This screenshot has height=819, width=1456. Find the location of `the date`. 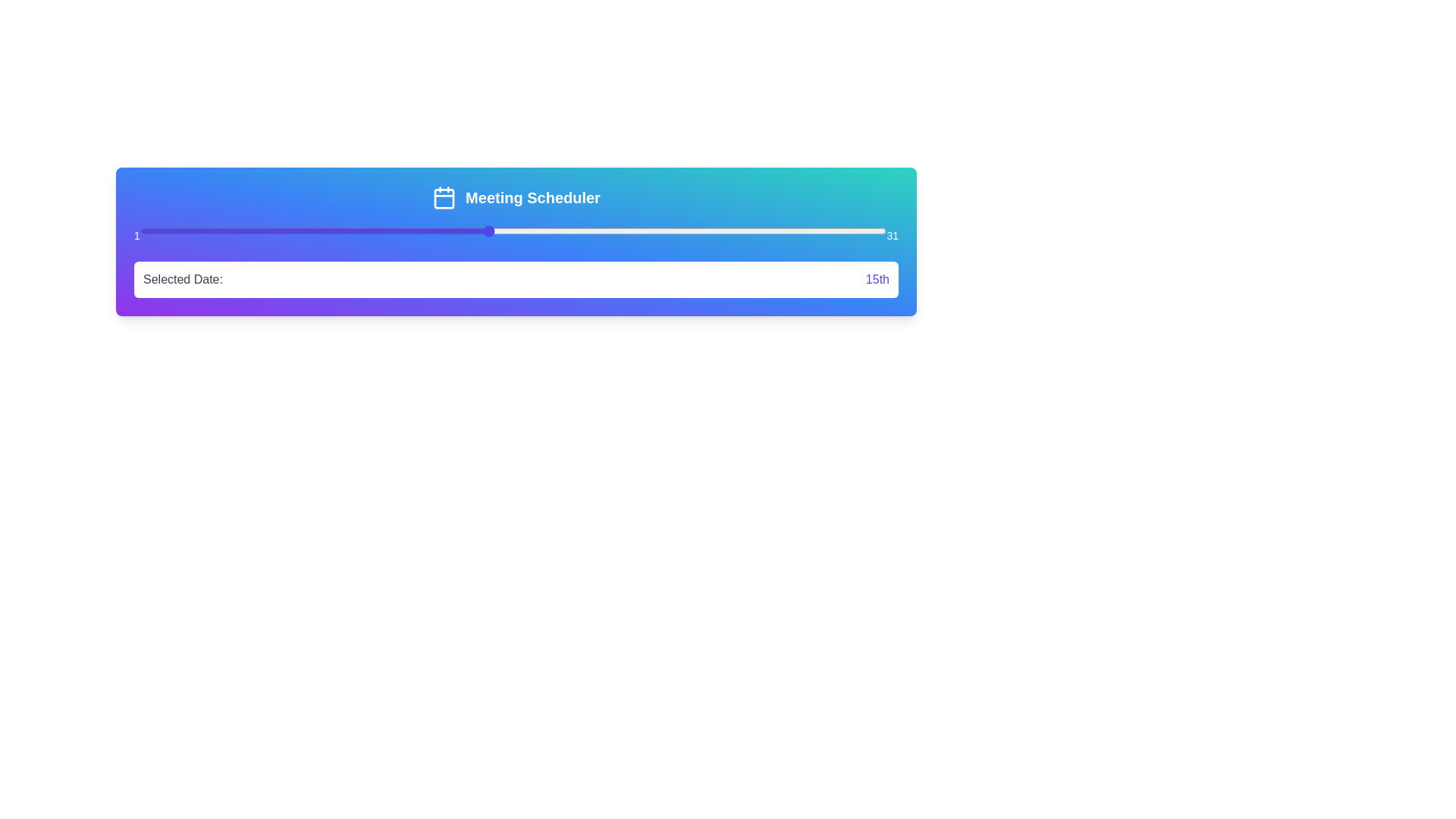

the date is located at coordinates (264, 231).